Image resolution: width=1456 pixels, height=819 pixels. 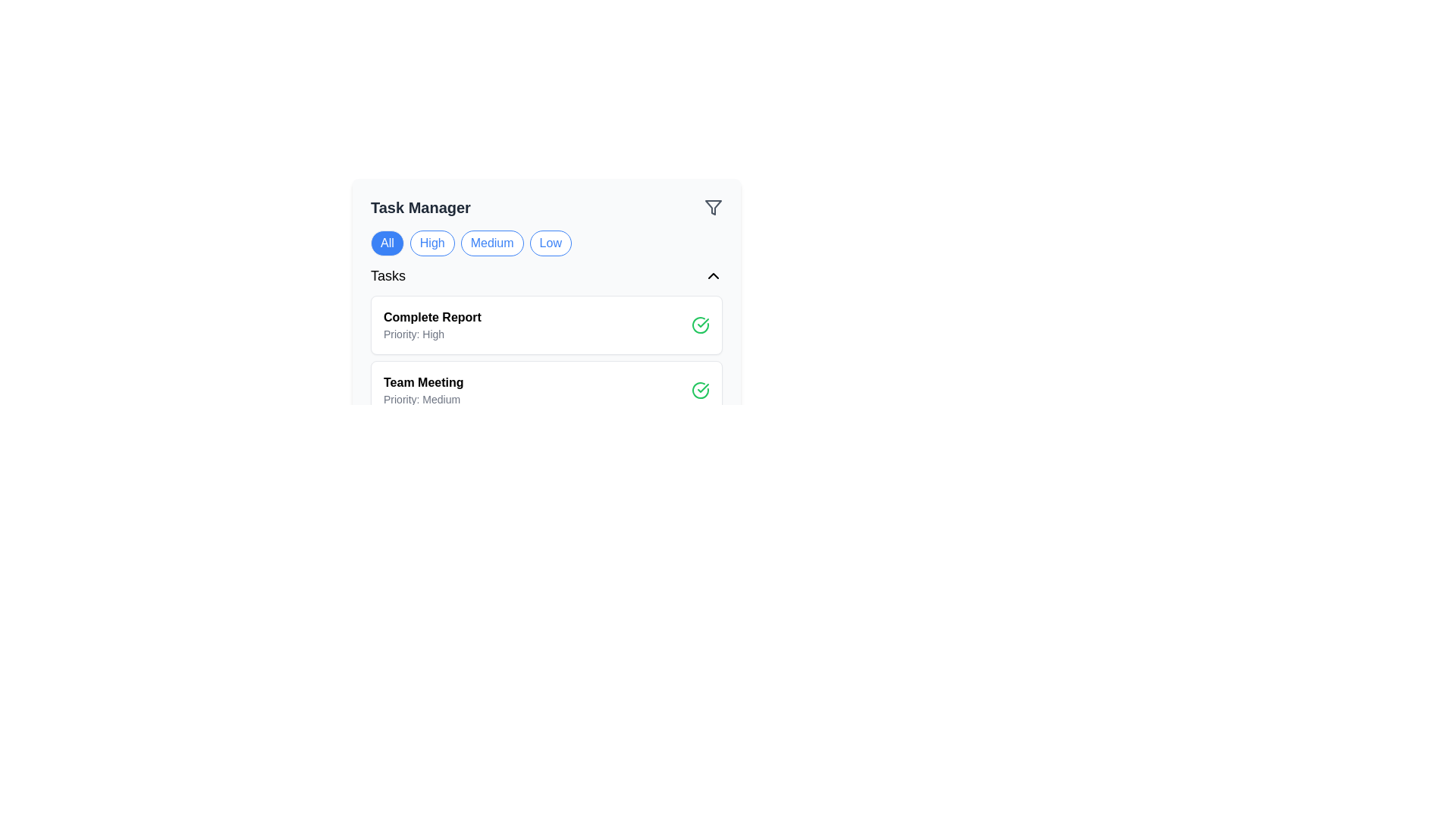 I want to click on the green check mark icon next to the 'Team Meeting' task, so click(x=700, y=324).